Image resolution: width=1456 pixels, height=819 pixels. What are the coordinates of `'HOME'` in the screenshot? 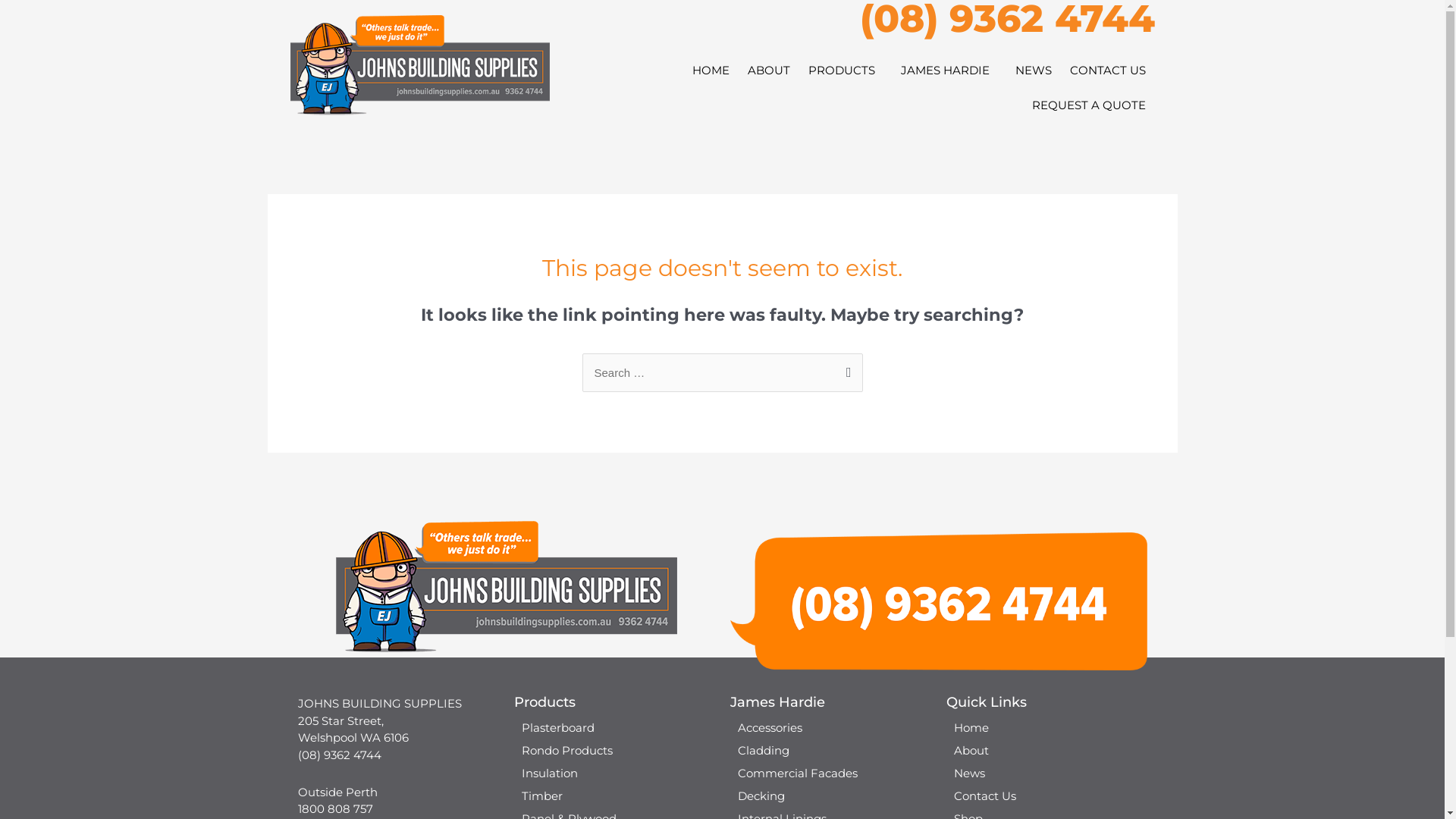 It's located at (709, 70).